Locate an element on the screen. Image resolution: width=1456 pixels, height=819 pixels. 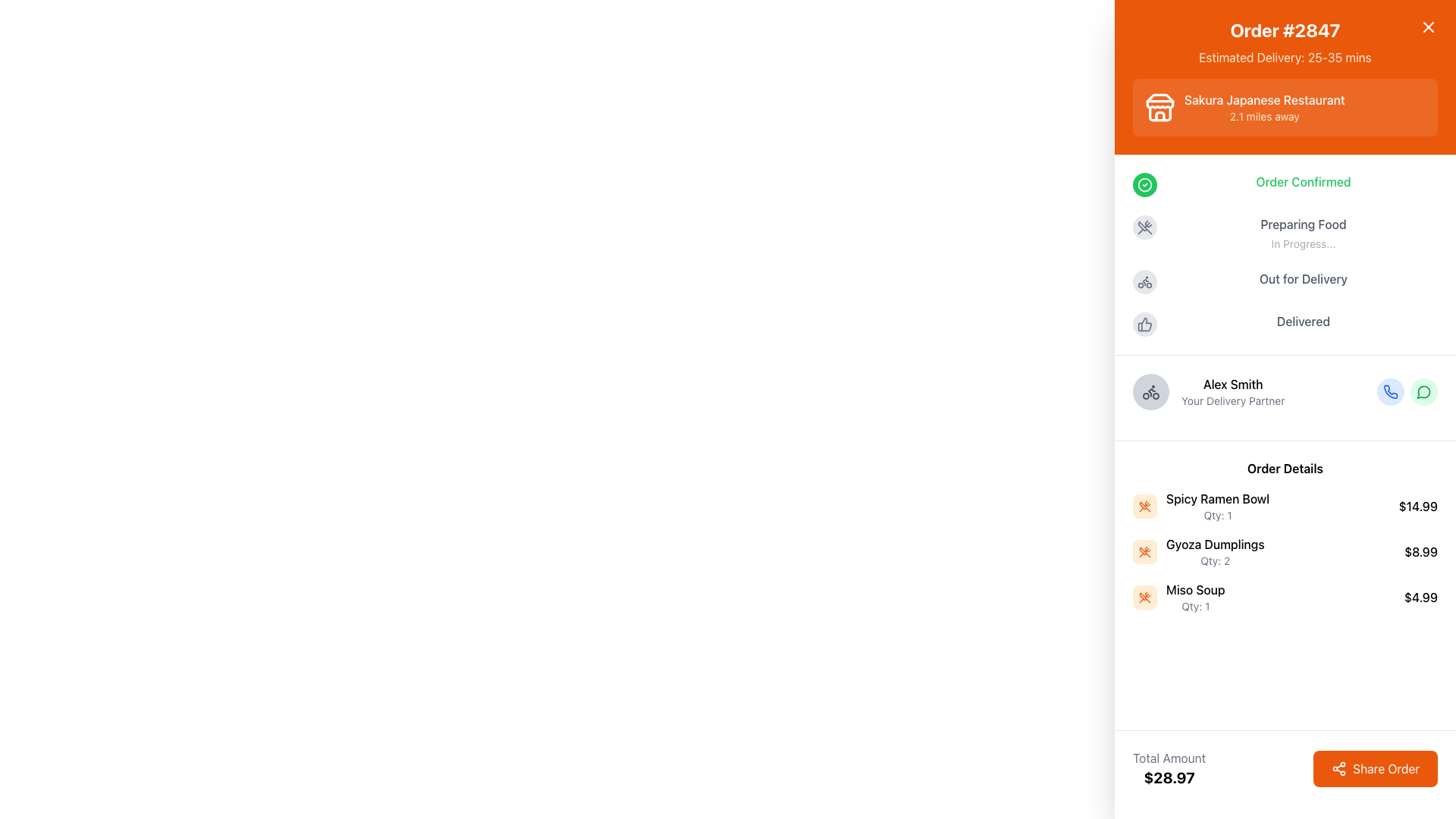
the status indicator text label that shows the delivery status, located in the right-side panel beneath the thumbs-up icon and above the section titled 'Alex Smith - Your Delivery Partner.' is located at coordinates (1302, 321).